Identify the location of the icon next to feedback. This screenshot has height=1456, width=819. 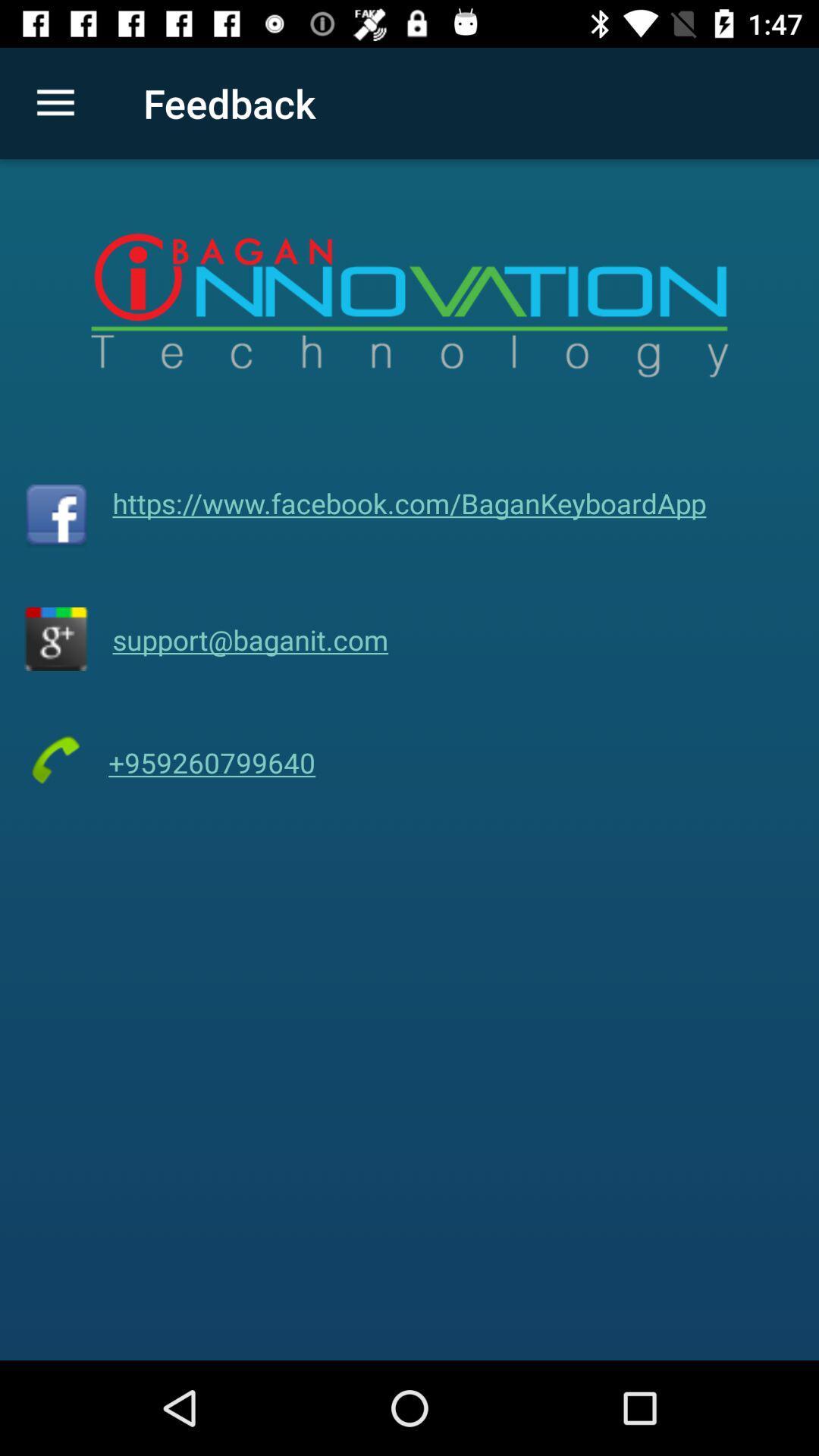
(55, 102).